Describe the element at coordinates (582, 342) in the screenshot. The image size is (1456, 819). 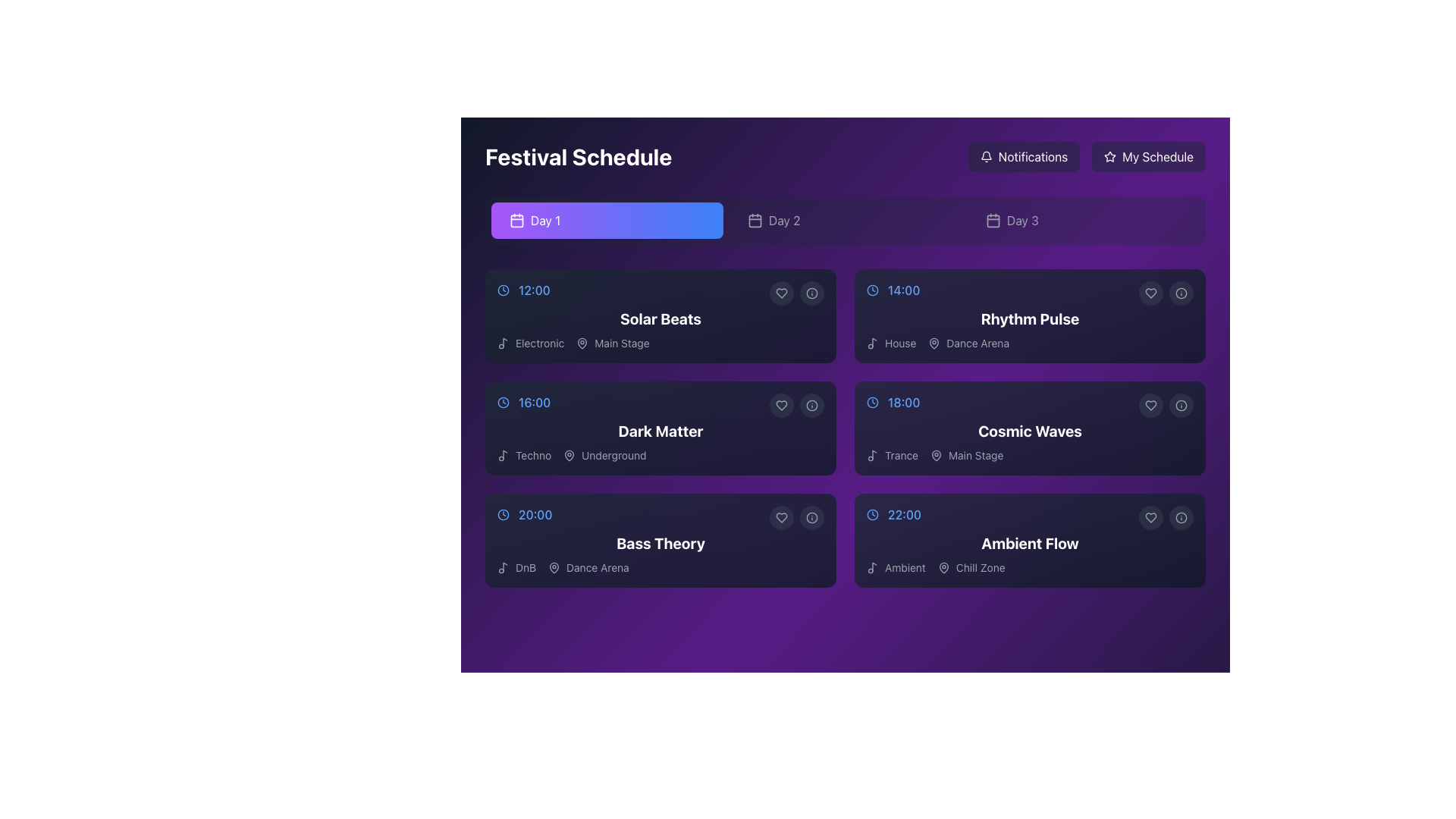
I see `the map pin icon located next to the 'Electronic' label under the 'Solar Beats' item in the festival schedule for 'Day 1'` at that location.